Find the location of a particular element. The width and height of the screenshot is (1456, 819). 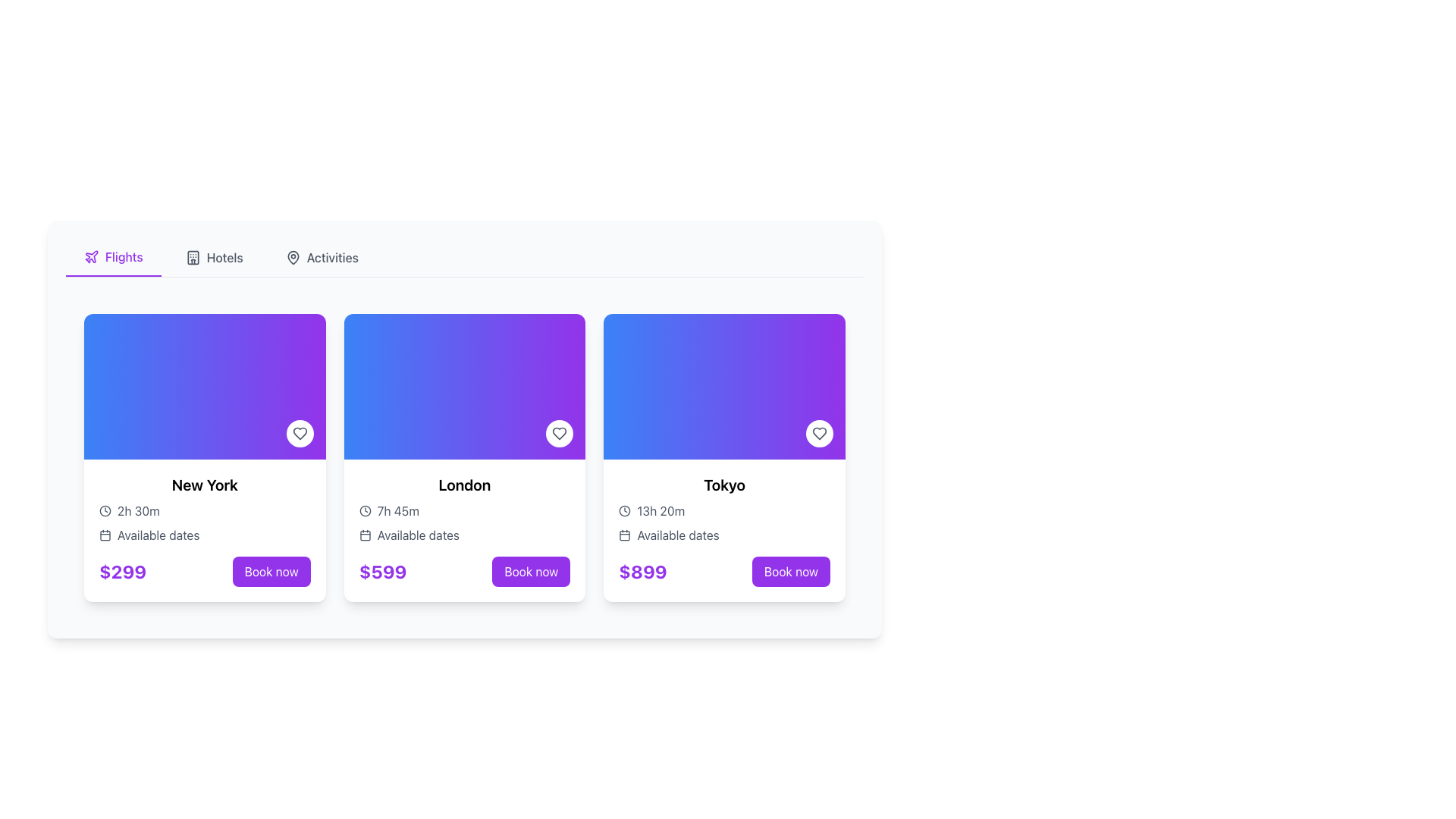

the text label indicating the destination 'Tokyo', which is positioned as the title of the third card in a horizontally arranged set of cards is located at coordinates (723, 485).